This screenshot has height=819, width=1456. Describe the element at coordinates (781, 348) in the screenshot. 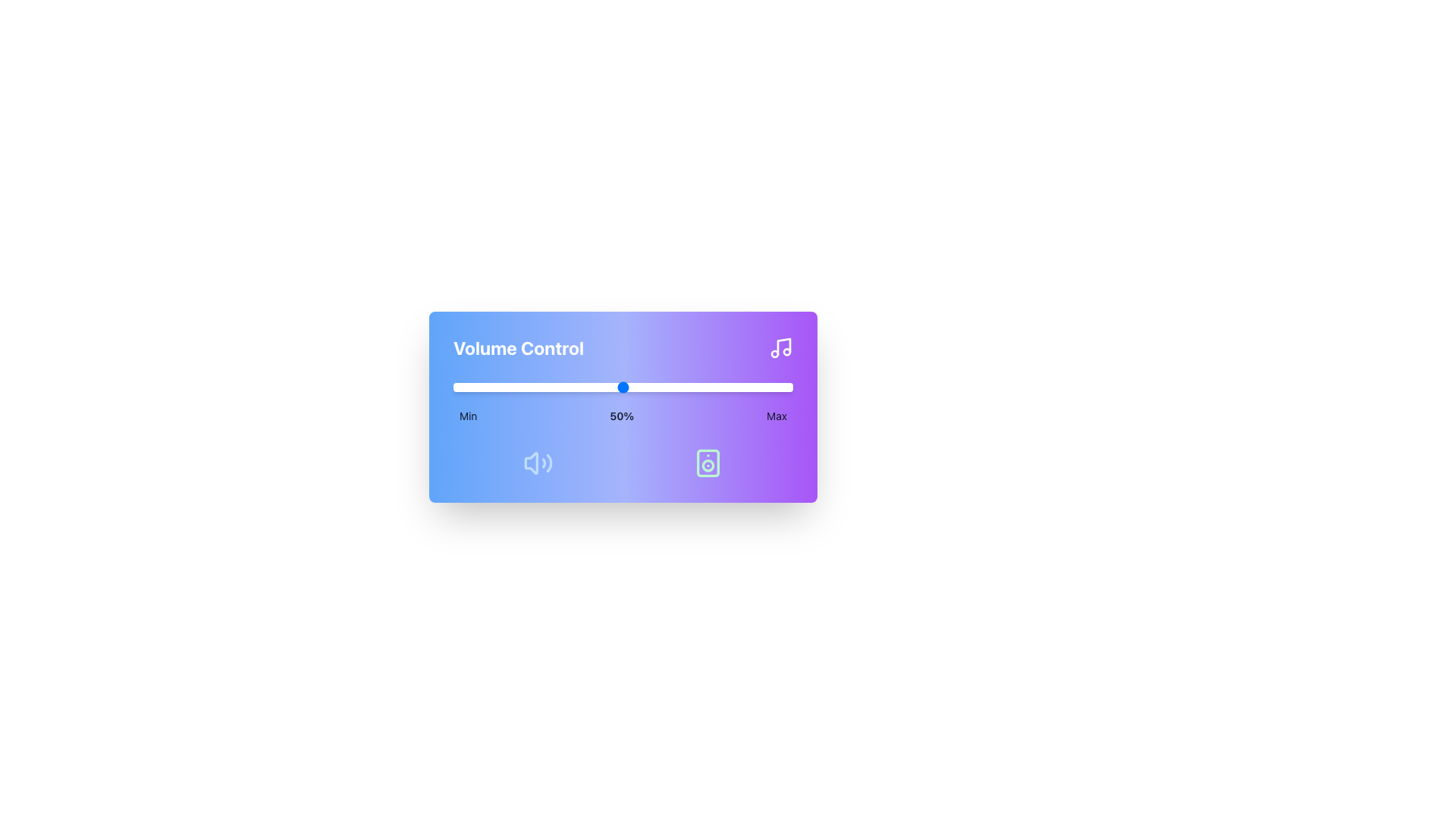

I see `the musical note icon located in the upper-right corner of the 'Volume Control' section, which is styled with a white color on a purple rectangular button` at that location.